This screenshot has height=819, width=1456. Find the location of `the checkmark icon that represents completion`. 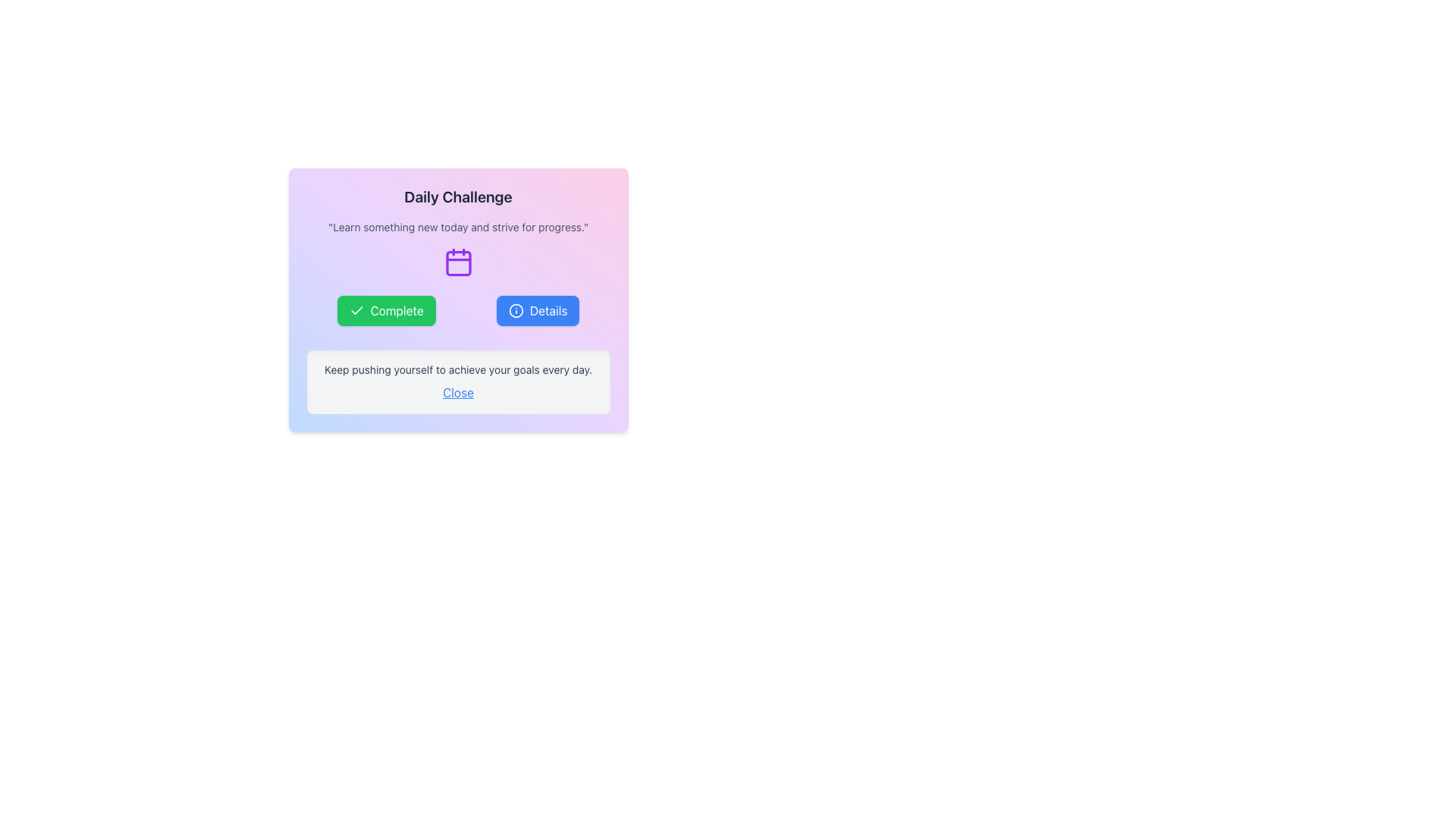

the checkmark icon that represents completion is located at coordinates (356, 309).